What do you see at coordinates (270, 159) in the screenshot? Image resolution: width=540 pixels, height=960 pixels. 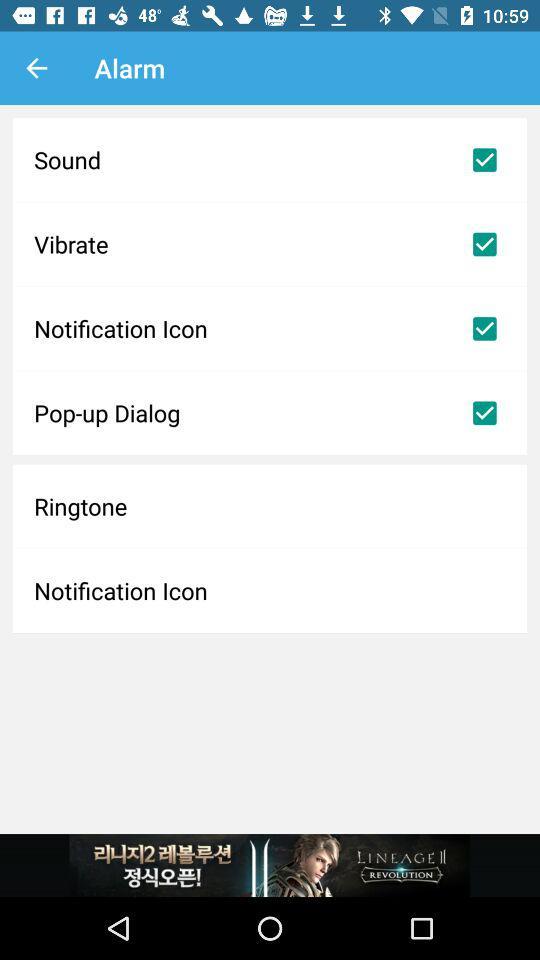 I see `the sound item` at bounding box center [270, 159].